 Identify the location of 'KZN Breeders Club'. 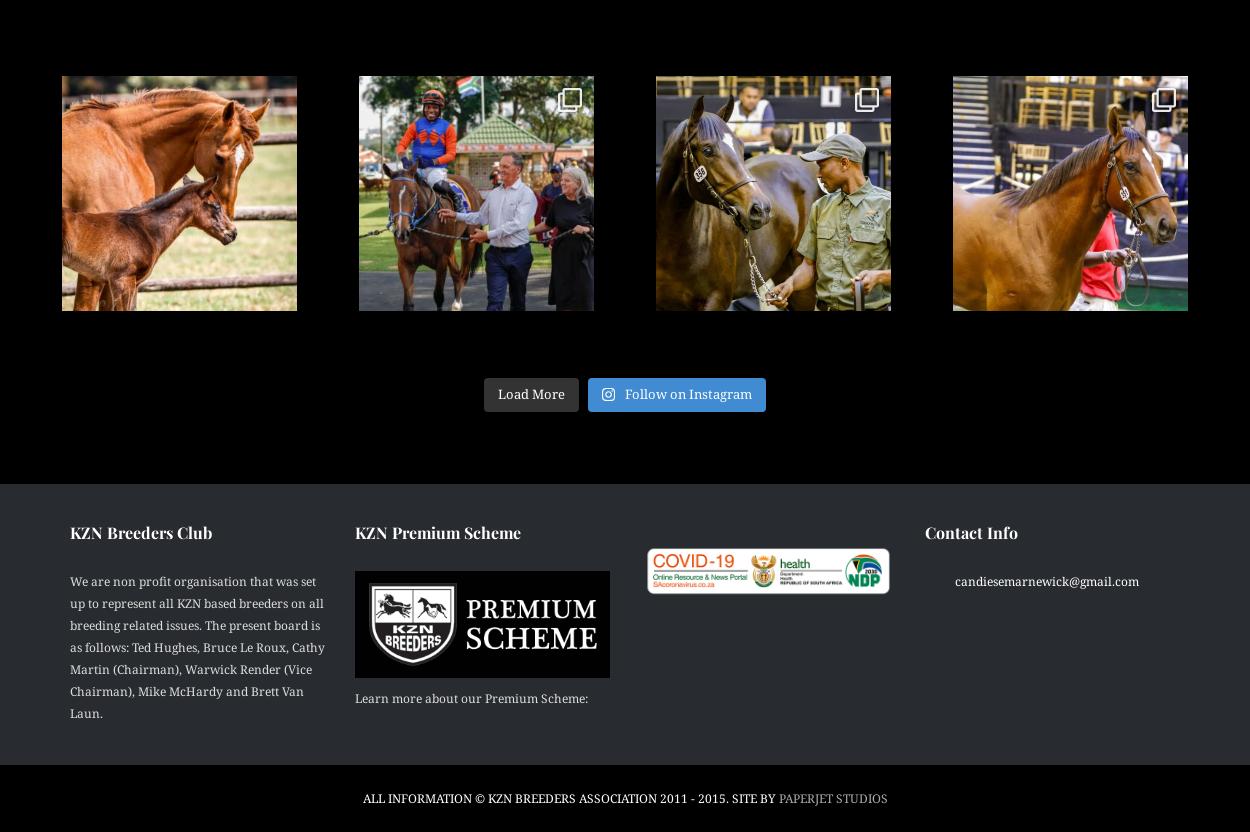
(141, 531).